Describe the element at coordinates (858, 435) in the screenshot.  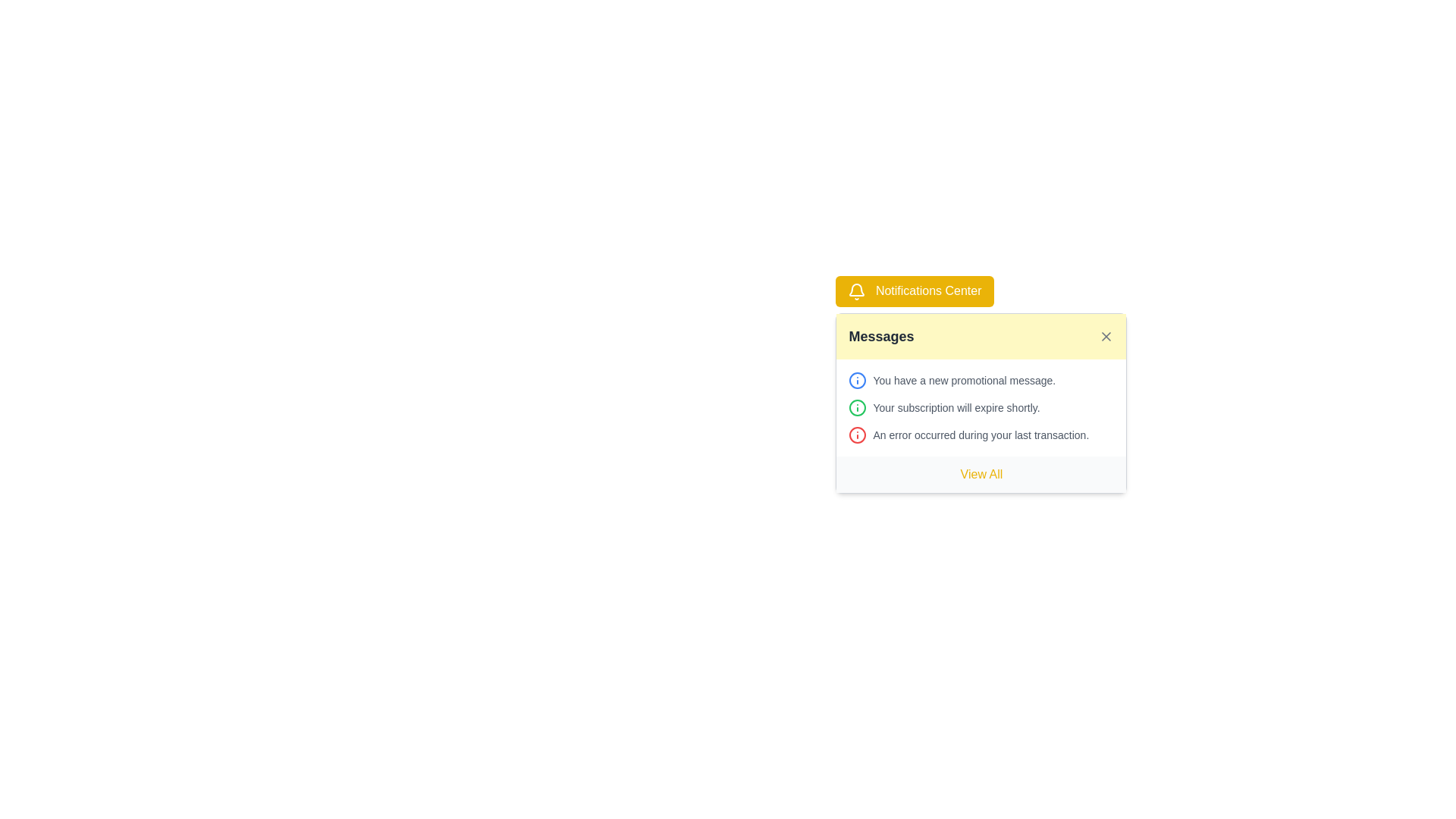
I see `the error/warning icon located in the third notification entry of the notification panel, which is positioned to the left of the message text 'An error occurred during your last transaction.'` at that location.